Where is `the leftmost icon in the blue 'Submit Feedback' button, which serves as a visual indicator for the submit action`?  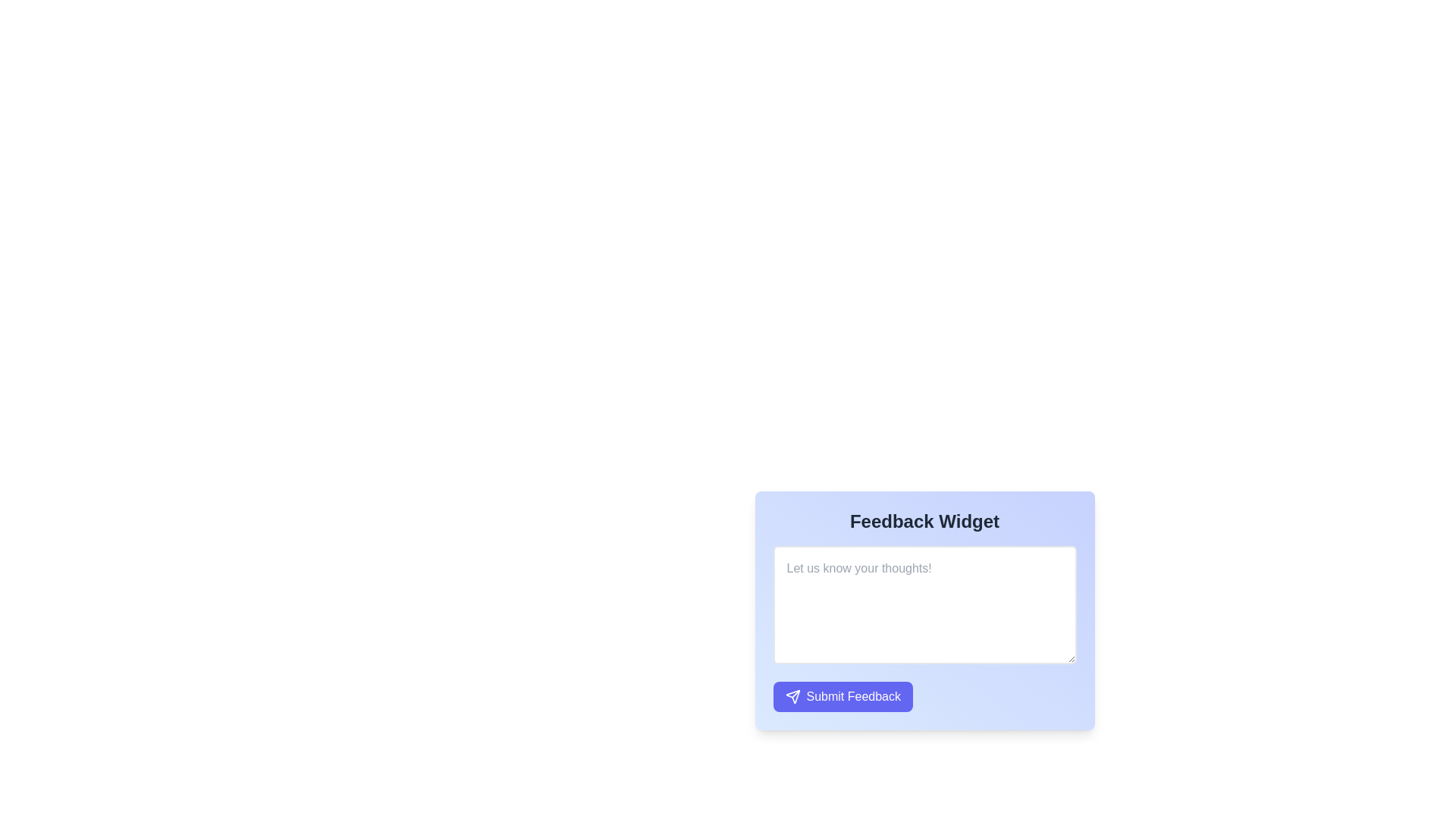
the leftmost icon in the blue 'Submit Feedback' button, which serves as a visual indicator for the submit action is located at coordinates (792, 696).